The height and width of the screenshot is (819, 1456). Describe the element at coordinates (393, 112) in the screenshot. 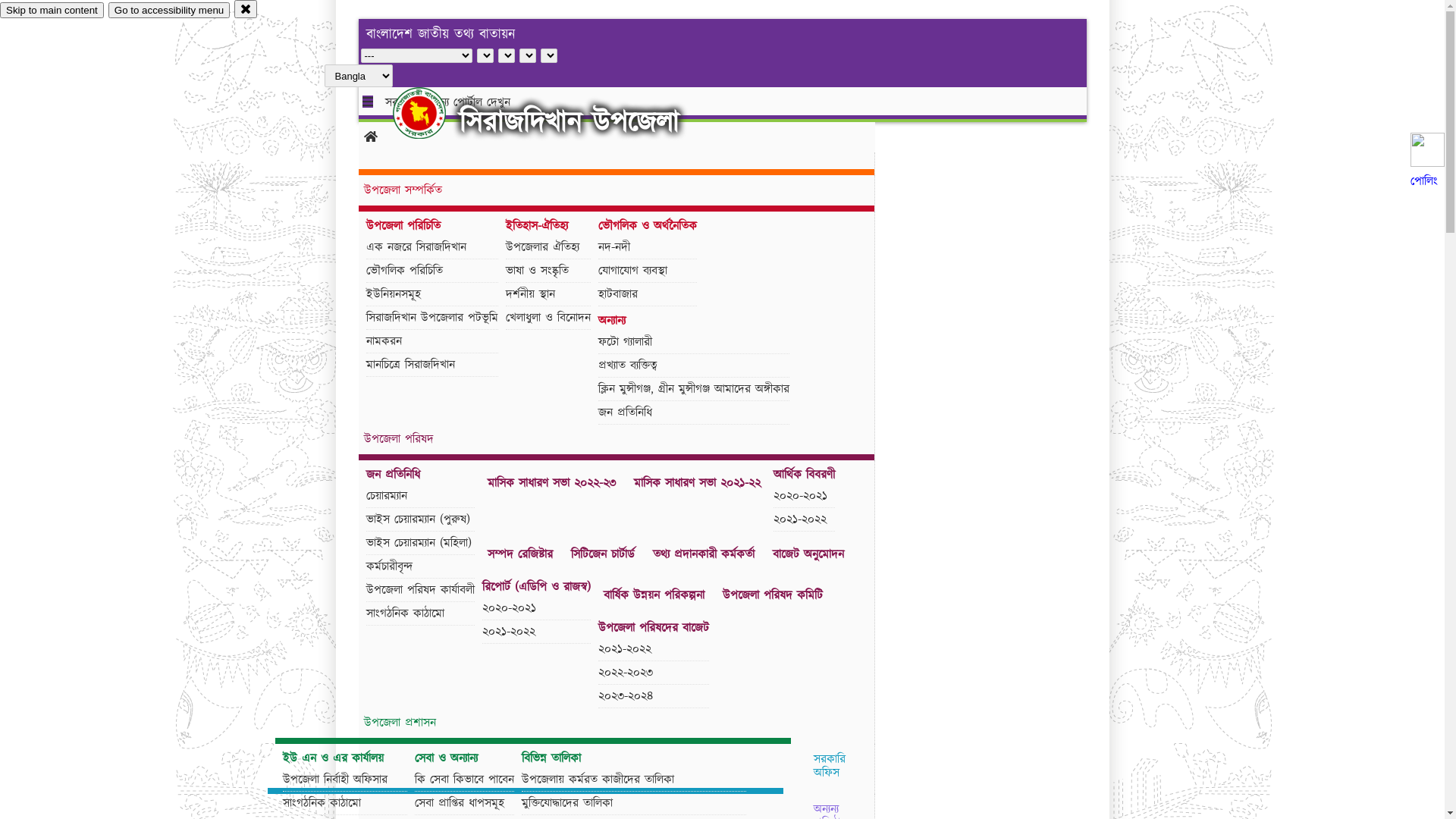

I see `'` at that location.